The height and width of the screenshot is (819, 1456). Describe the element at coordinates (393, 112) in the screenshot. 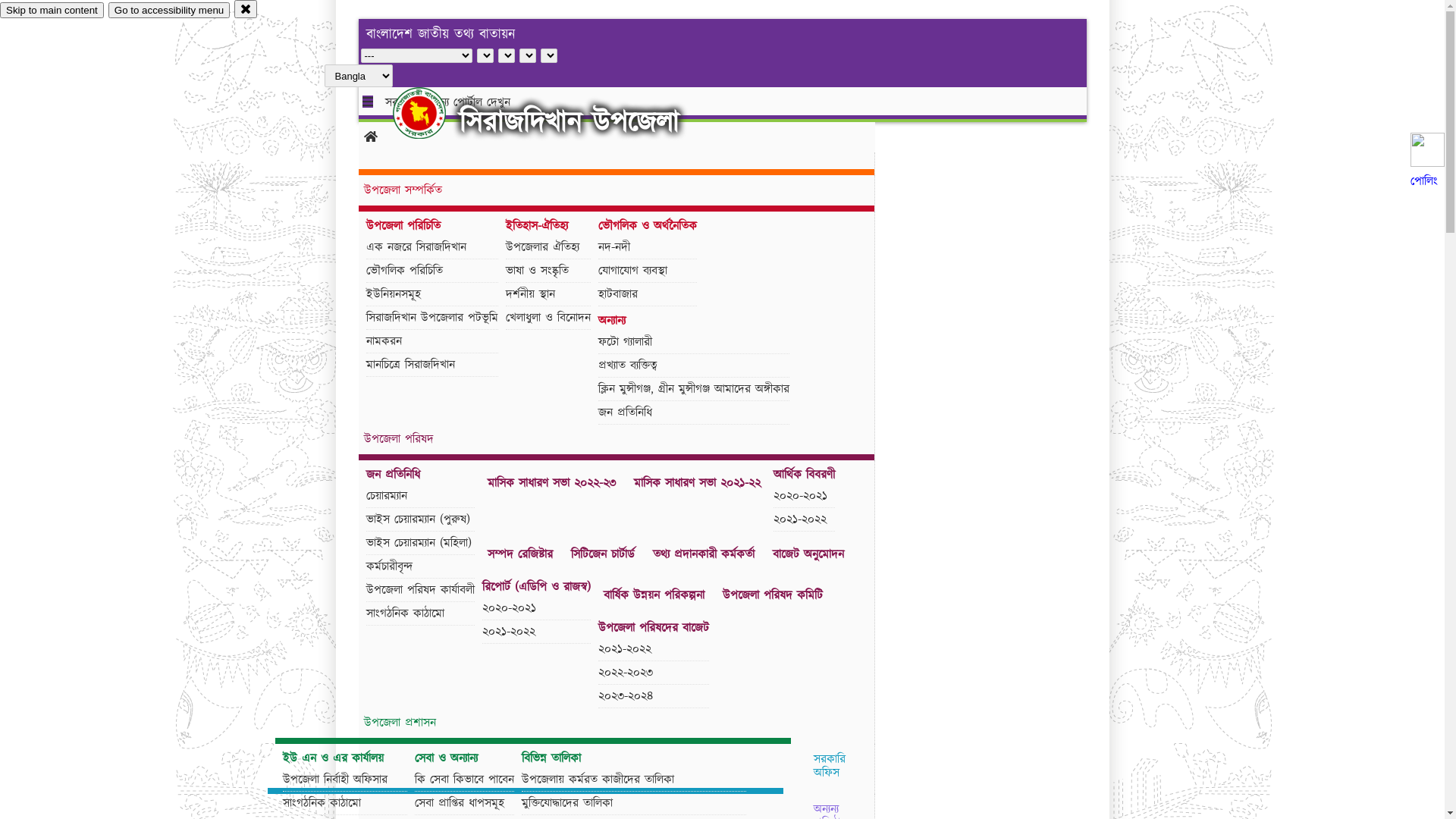

I see `'` at that location.